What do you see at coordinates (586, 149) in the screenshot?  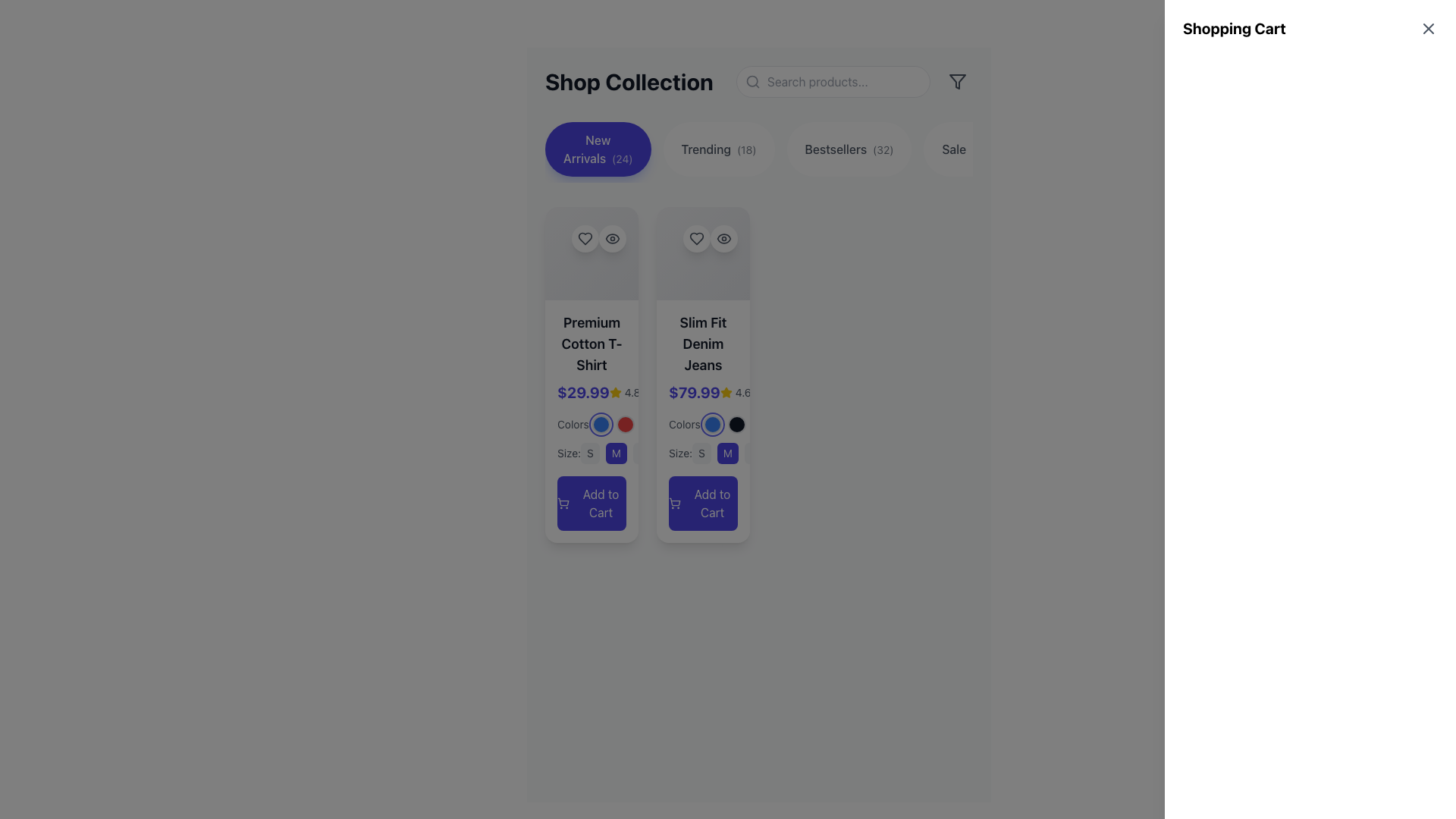 I see `the 'New Arrivals' text label located within the first button of the top row in the horizontal menu` at bounding box center [586, 149].